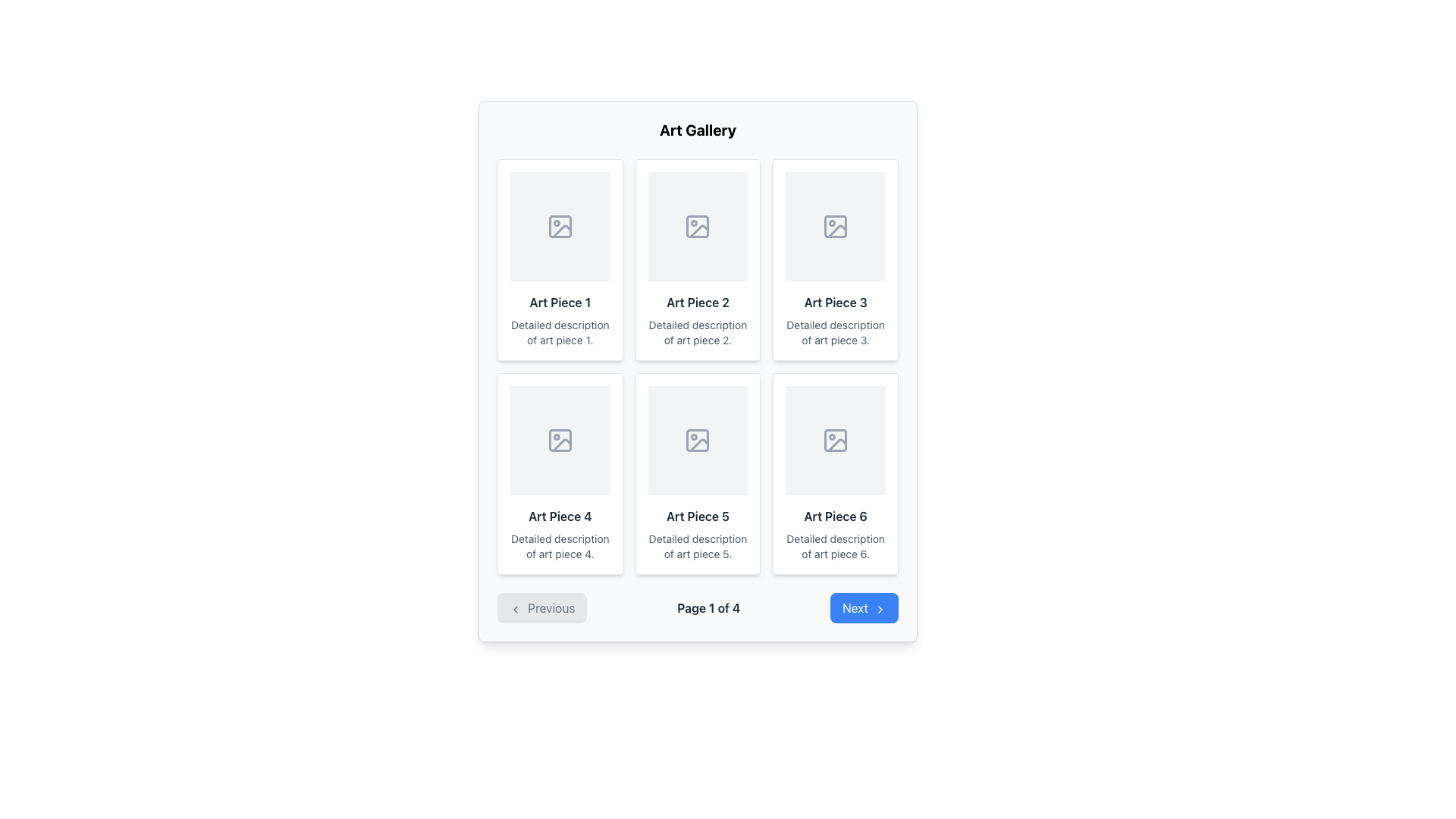 This screenshot has width=1456, height=819. What do you see at coordinates (559, 547) in the screenshot?
I see `the static text block displaying 'Detailed description of art piece 4.' located below the title 'Art Piece 4' in the second row of the gallery layout` at bounding box center [559, 547].